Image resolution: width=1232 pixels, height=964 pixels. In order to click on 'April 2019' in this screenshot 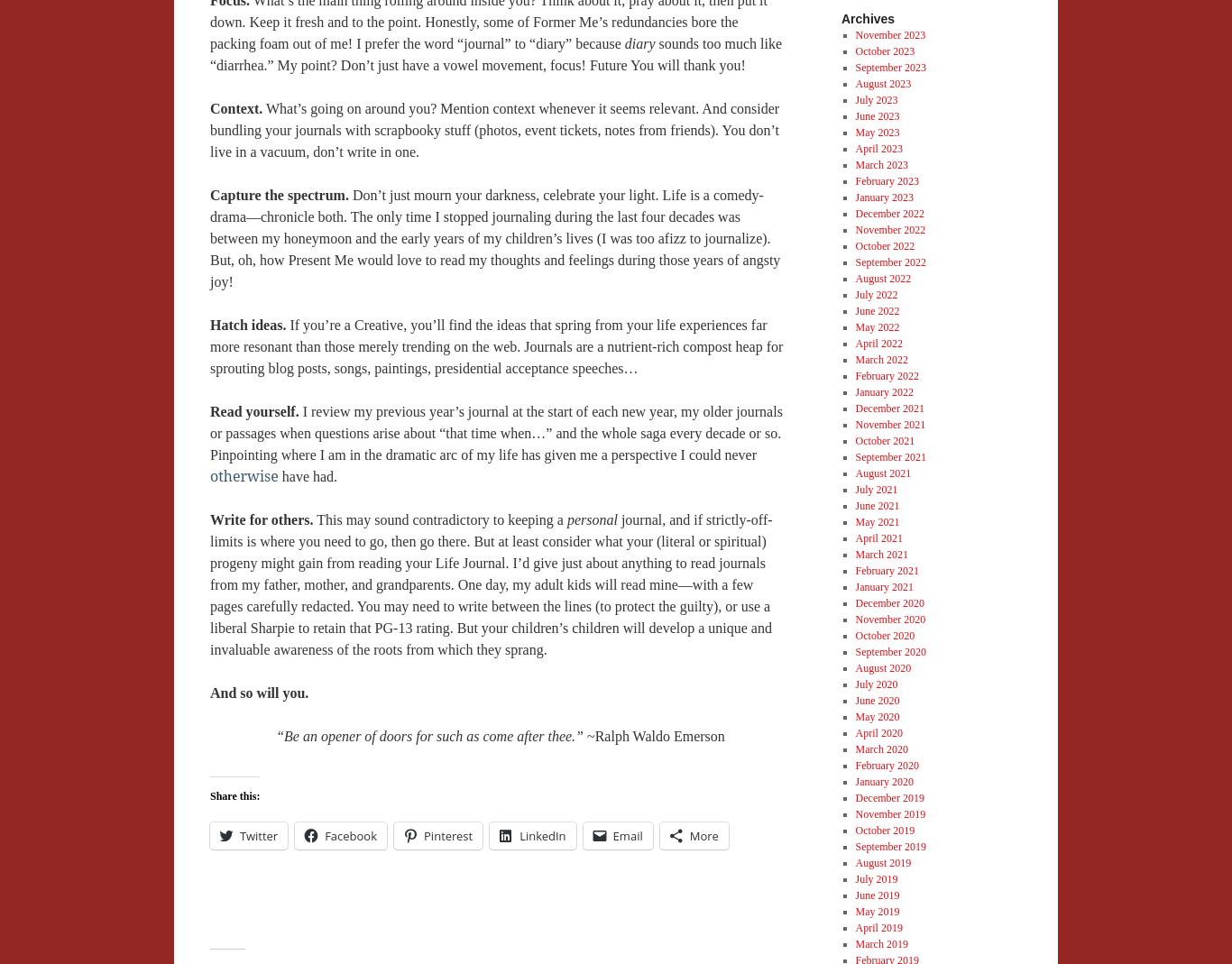, I will do `click(878, 926)`.